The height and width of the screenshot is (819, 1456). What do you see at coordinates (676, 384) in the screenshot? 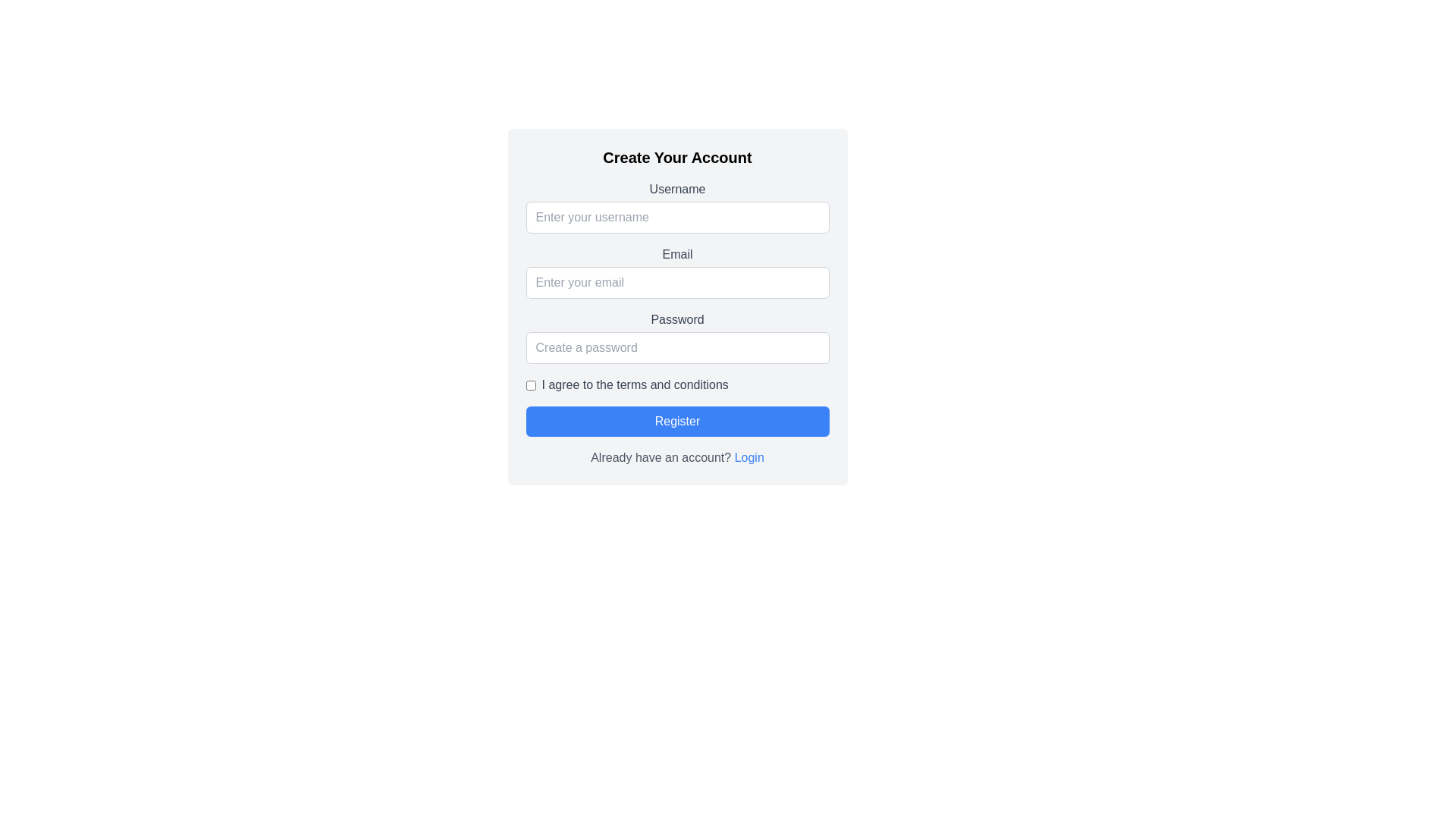
I see `the label of the checkbox to agree to the terms and conditions, which is the fourth interactive component in the form layout, positioned below the password input field and above the 'Register' button` at bounding box center [676, 384].